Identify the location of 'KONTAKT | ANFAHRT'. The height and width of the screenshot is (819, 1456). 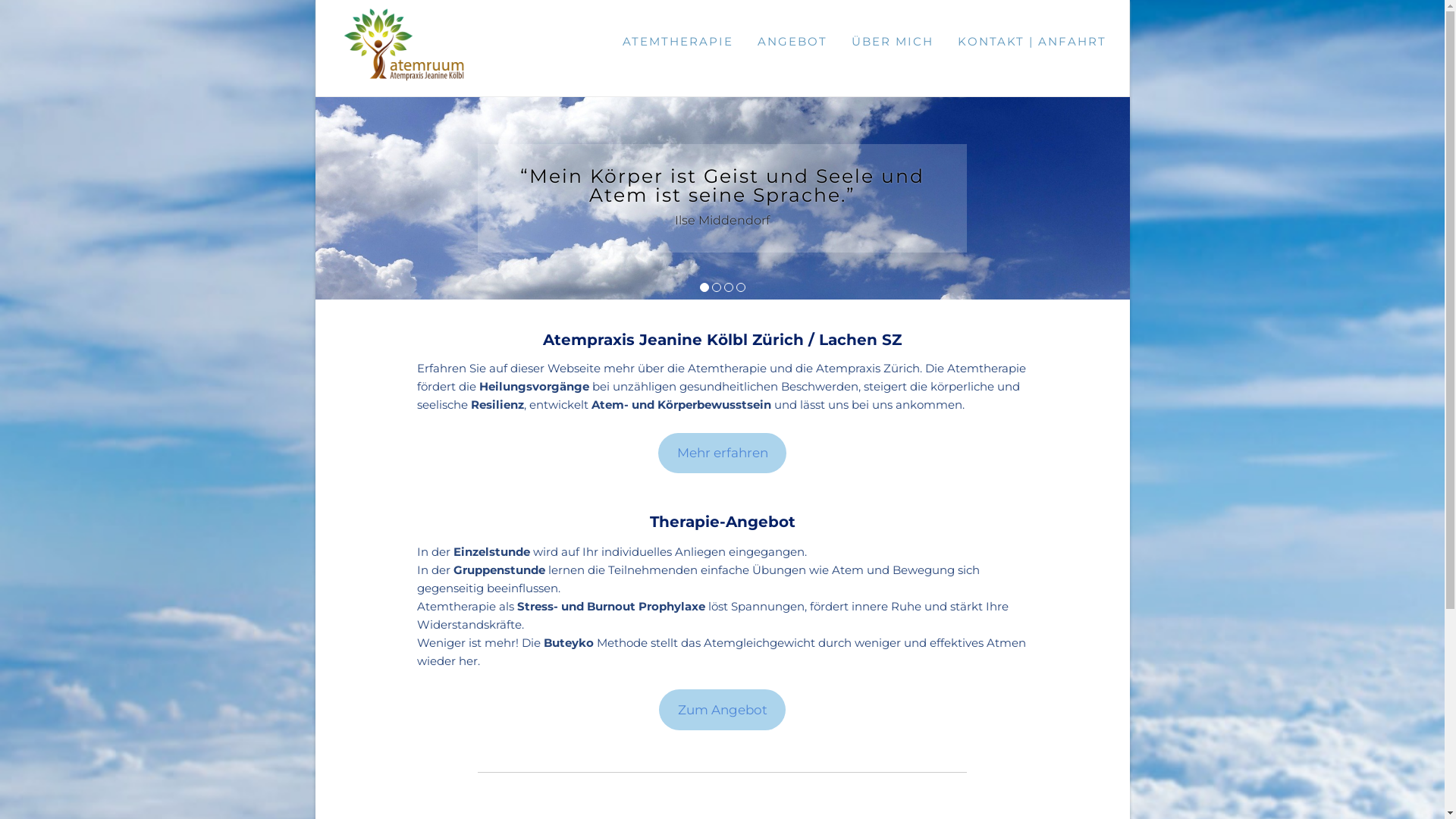
(1031, 42).